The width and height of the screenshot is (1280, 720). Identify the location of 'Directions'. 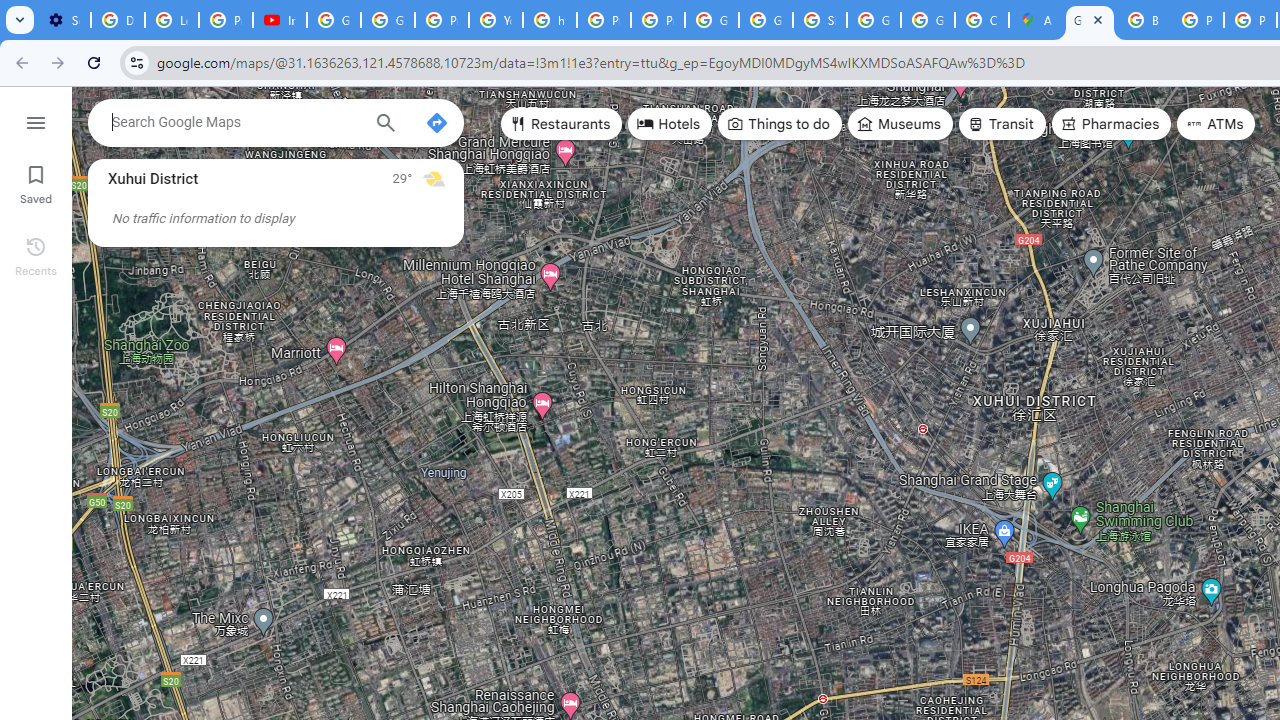
(435, 123).